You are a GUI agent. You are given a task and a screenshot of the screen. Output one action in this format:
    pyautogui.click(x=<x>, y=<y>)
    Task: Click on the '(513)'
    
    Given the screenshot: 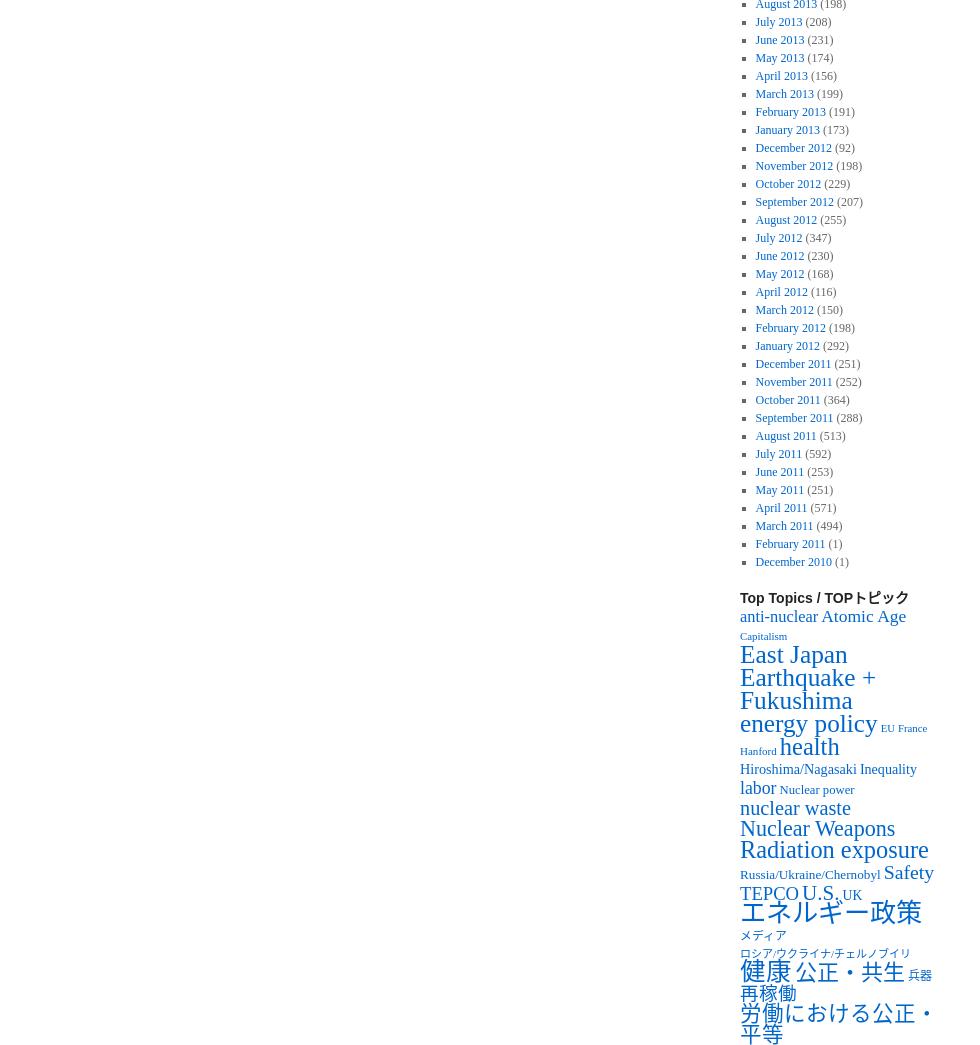 What is the action you would take?
    pyautogui.click(x=830, y=435)
    